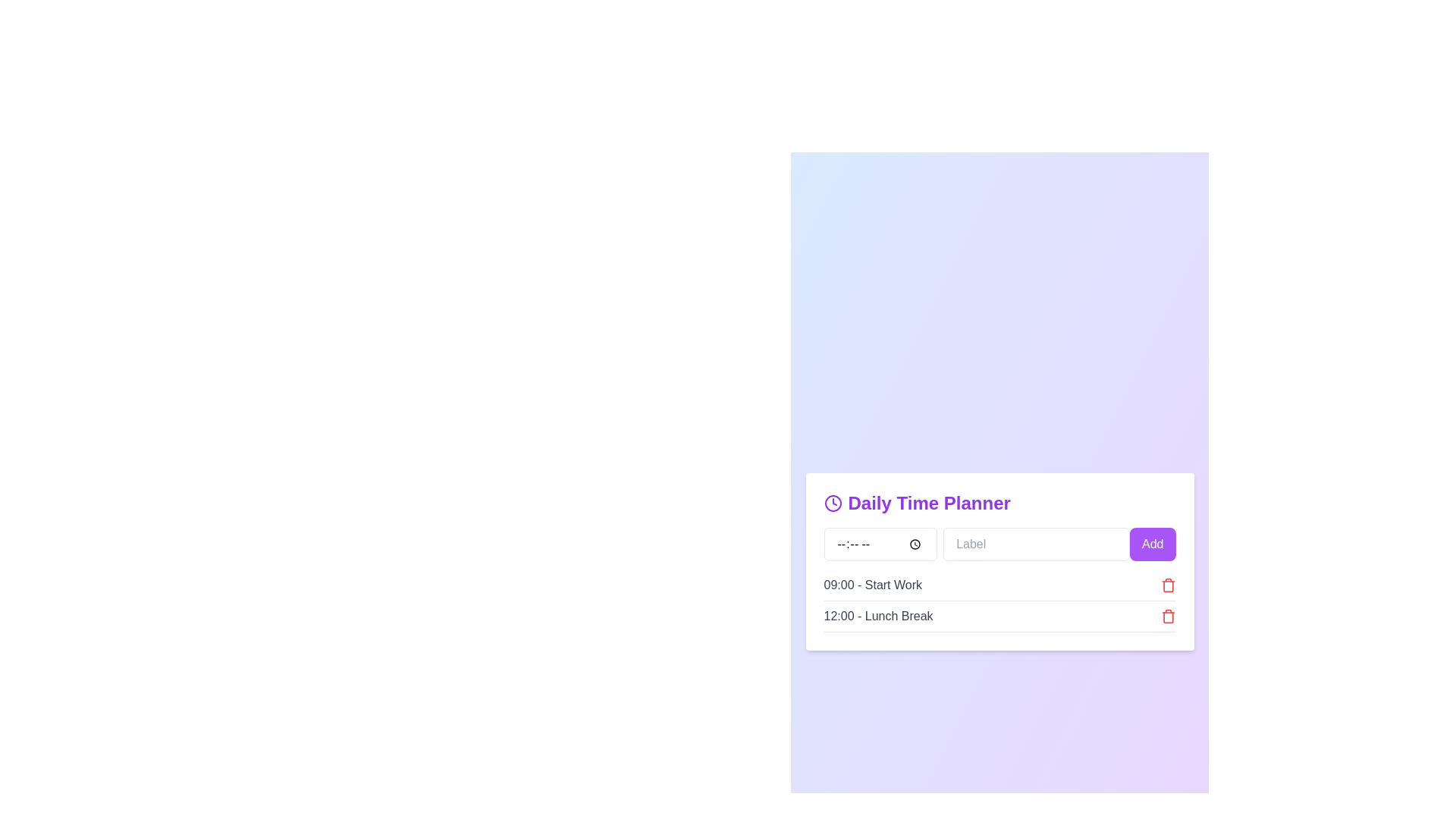 The image size is (1456, 819). What do you see at coordinates (1167, 584) in the screenshot?
I see `the delete button located at the far right edge of the second row in the planner, which corresponds to the '09:00 - Start Work' entry` at bounding box center [1167, 584].